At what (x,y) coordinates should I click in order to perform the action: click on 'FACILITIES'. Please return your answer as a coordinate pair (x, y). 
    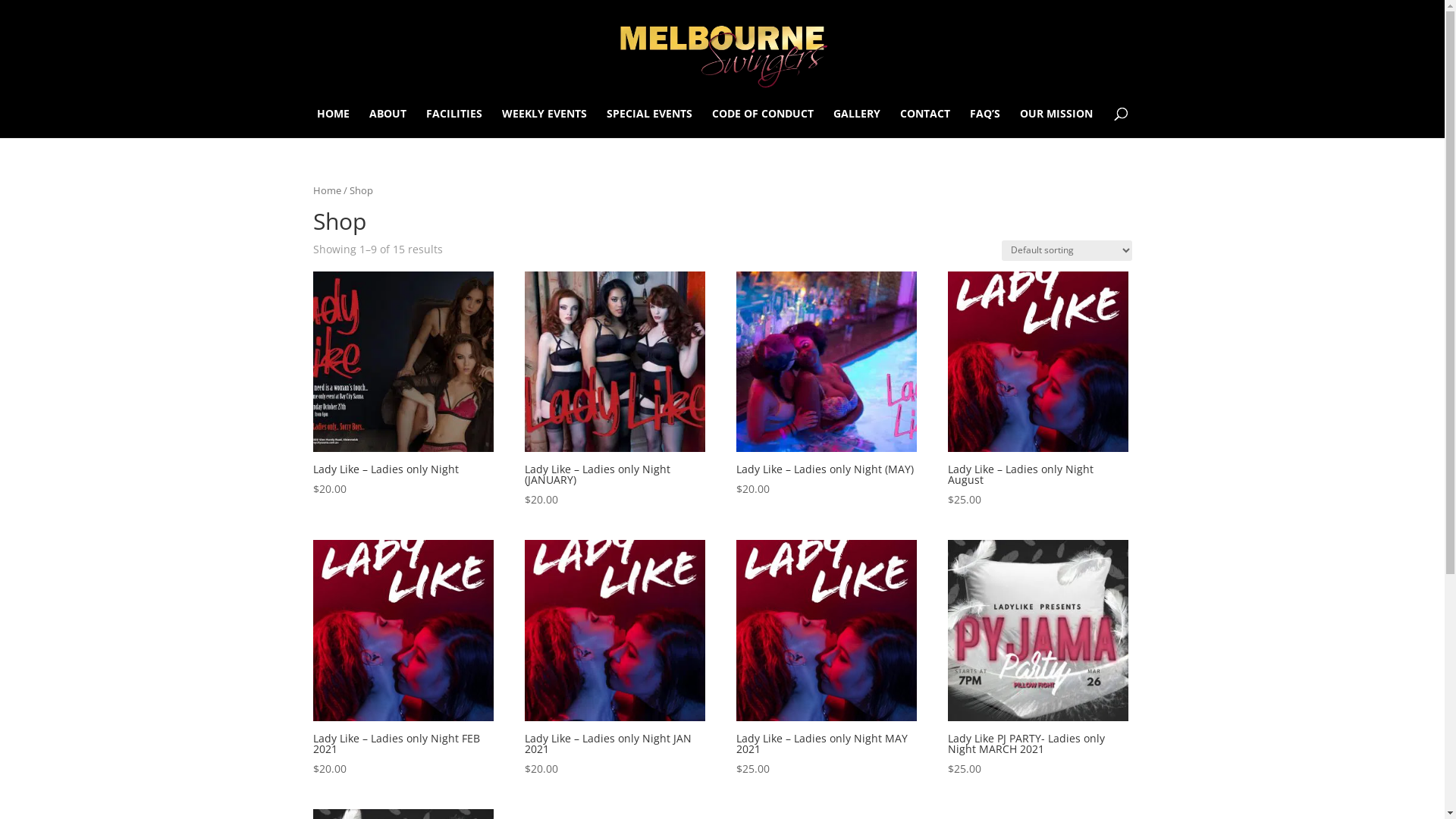
    Looking at the image, I should click on (453, 122).